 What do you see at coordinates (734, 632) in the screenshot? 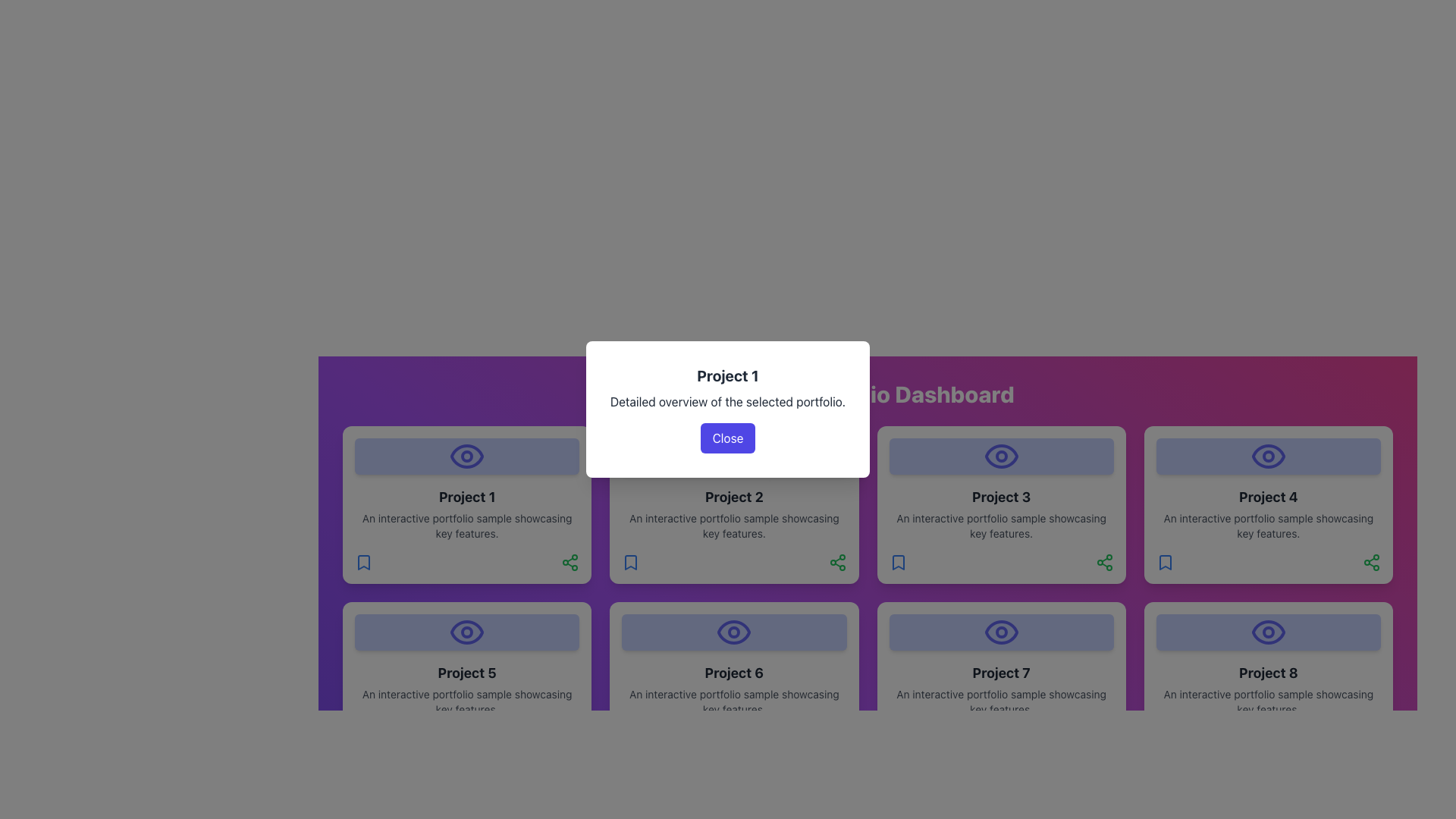
I see `the eye-shaped icon located in the second row, second column of the card layout, which is labeled 'Project 6'` at bounding box center [734, 632].